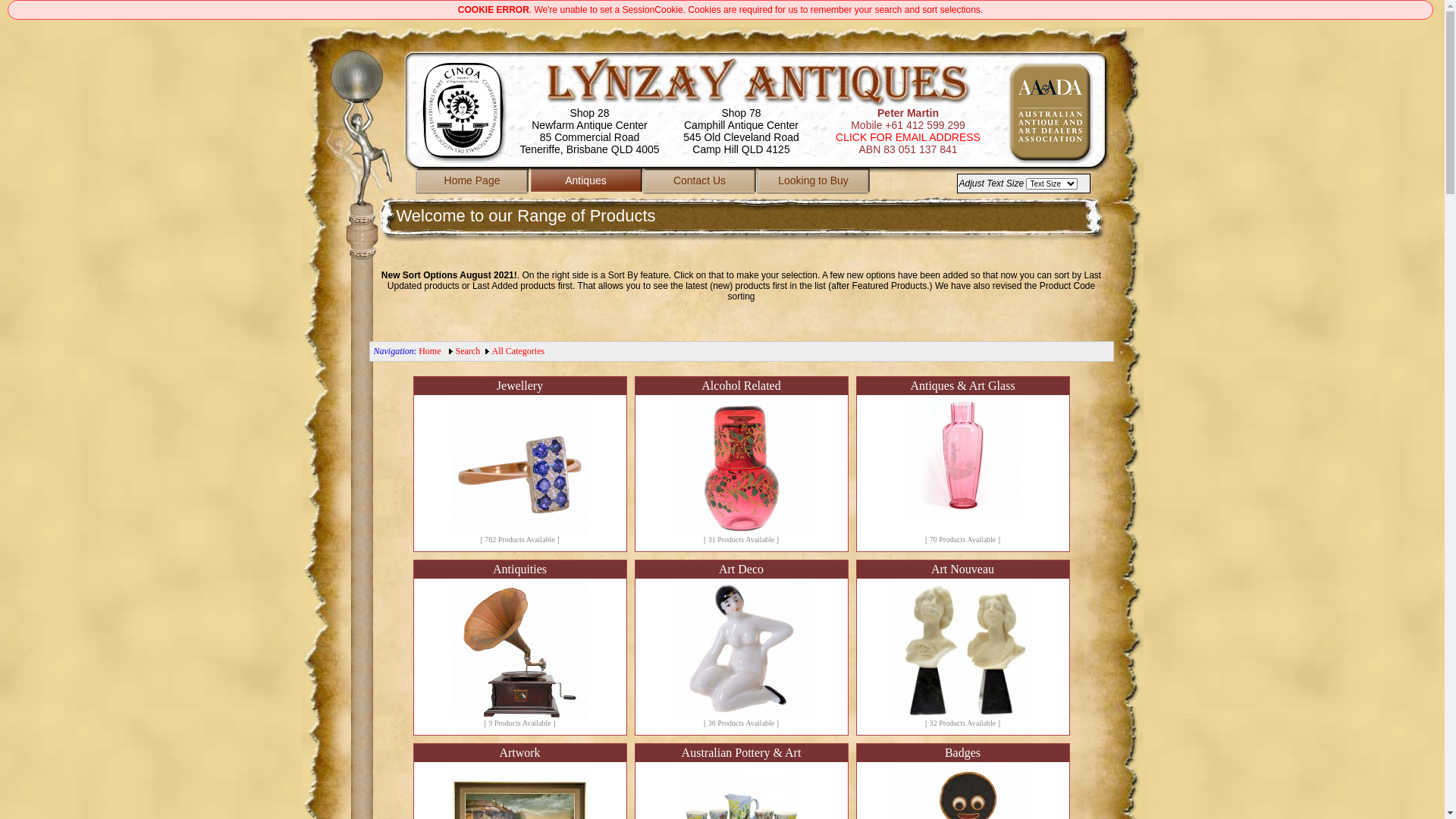 This screenshot has height=819, width=1456. What do you see at coordinates (908, 137) in the screenshot?
I see `'CLICK FOR EMAIL ADDRESS'` at bounding box center [908, 137].